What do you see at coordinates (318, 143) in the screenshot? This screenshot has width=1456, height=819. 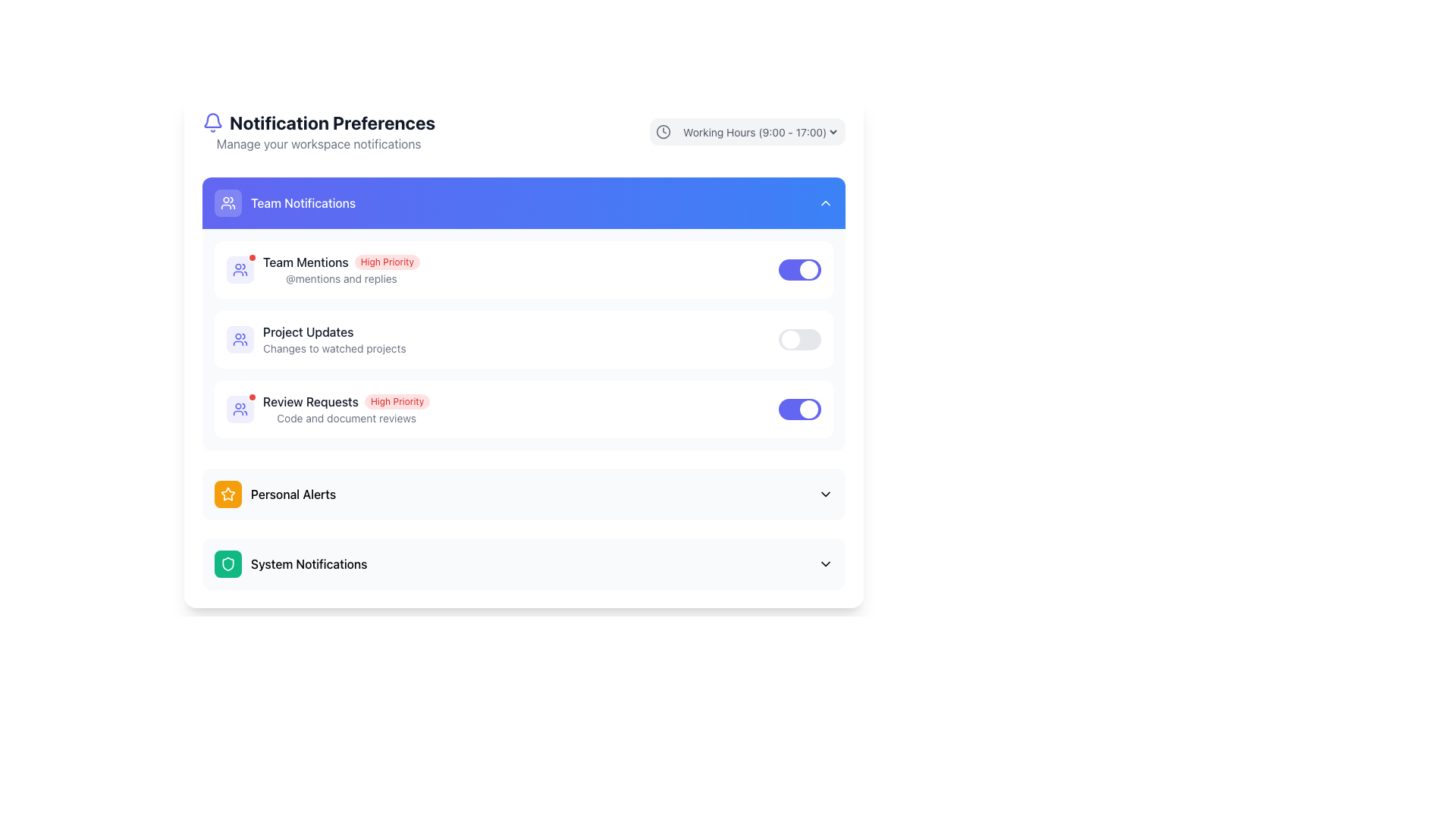 I see `the text label that reads 'Manage your workspace notifications.' which is styled in gray and located below the 'Notification Preferences' header` at bounding box center [318, 143].